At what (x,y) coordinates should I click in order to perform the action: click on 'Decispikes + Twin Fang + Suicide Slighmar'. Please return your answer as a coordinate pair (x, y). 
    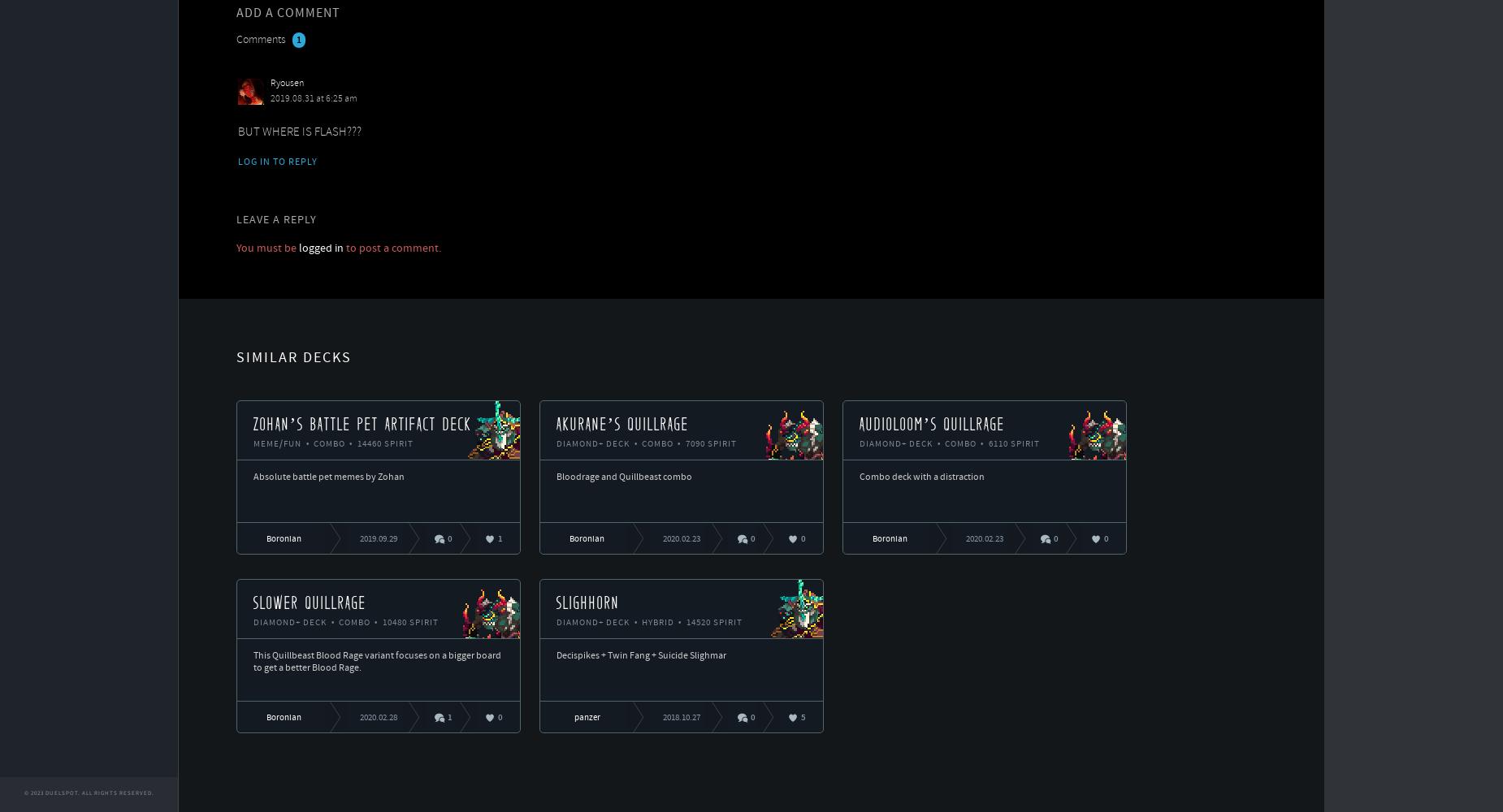
    Looking at the image, I should click on (640, 655).